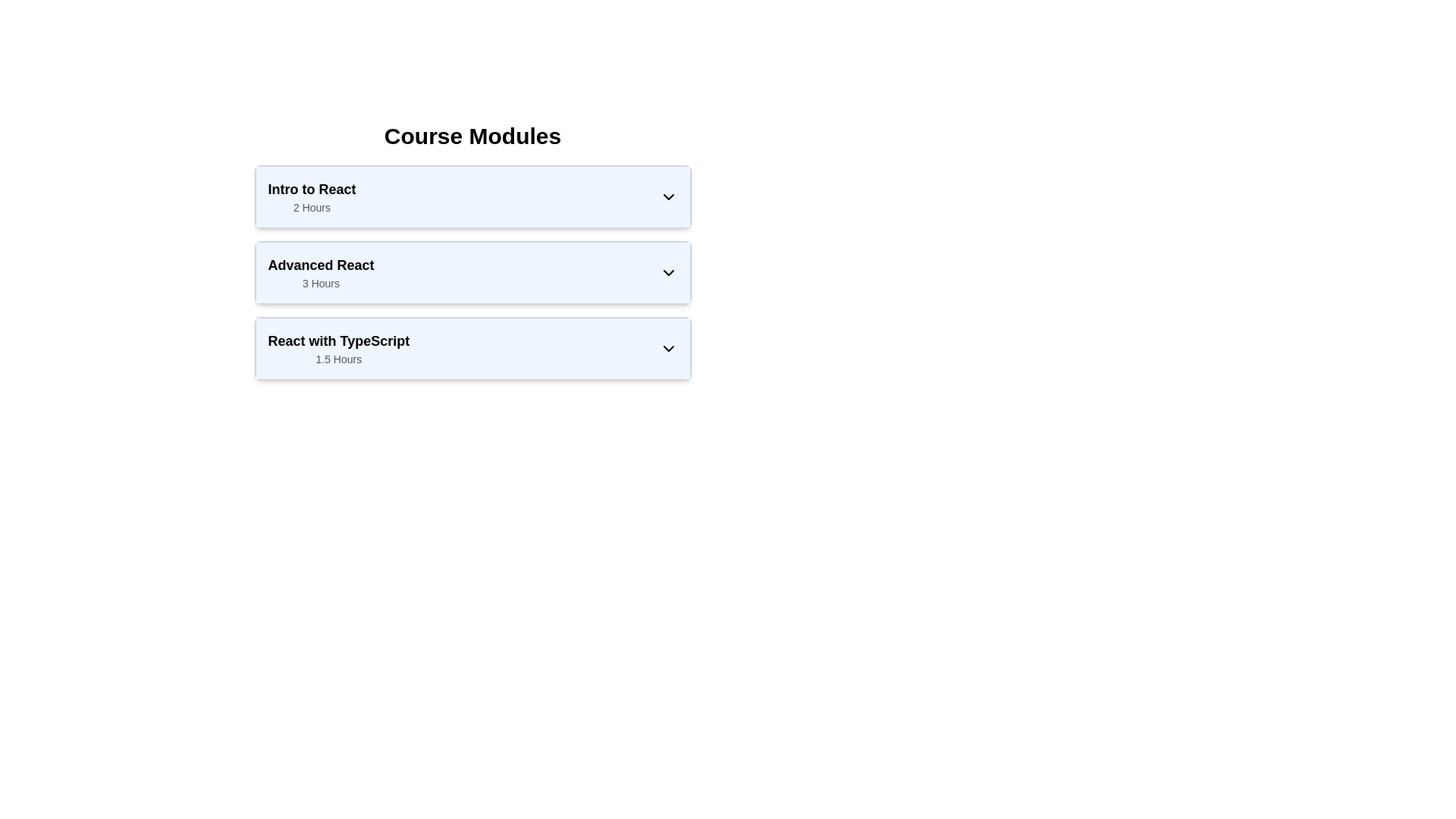 Image resolution: width=1456 pixels, height=819 pixels. Describe the element at coordinates (337, 348) in the screenshot. I see `the text block representing the third course module` at that location.